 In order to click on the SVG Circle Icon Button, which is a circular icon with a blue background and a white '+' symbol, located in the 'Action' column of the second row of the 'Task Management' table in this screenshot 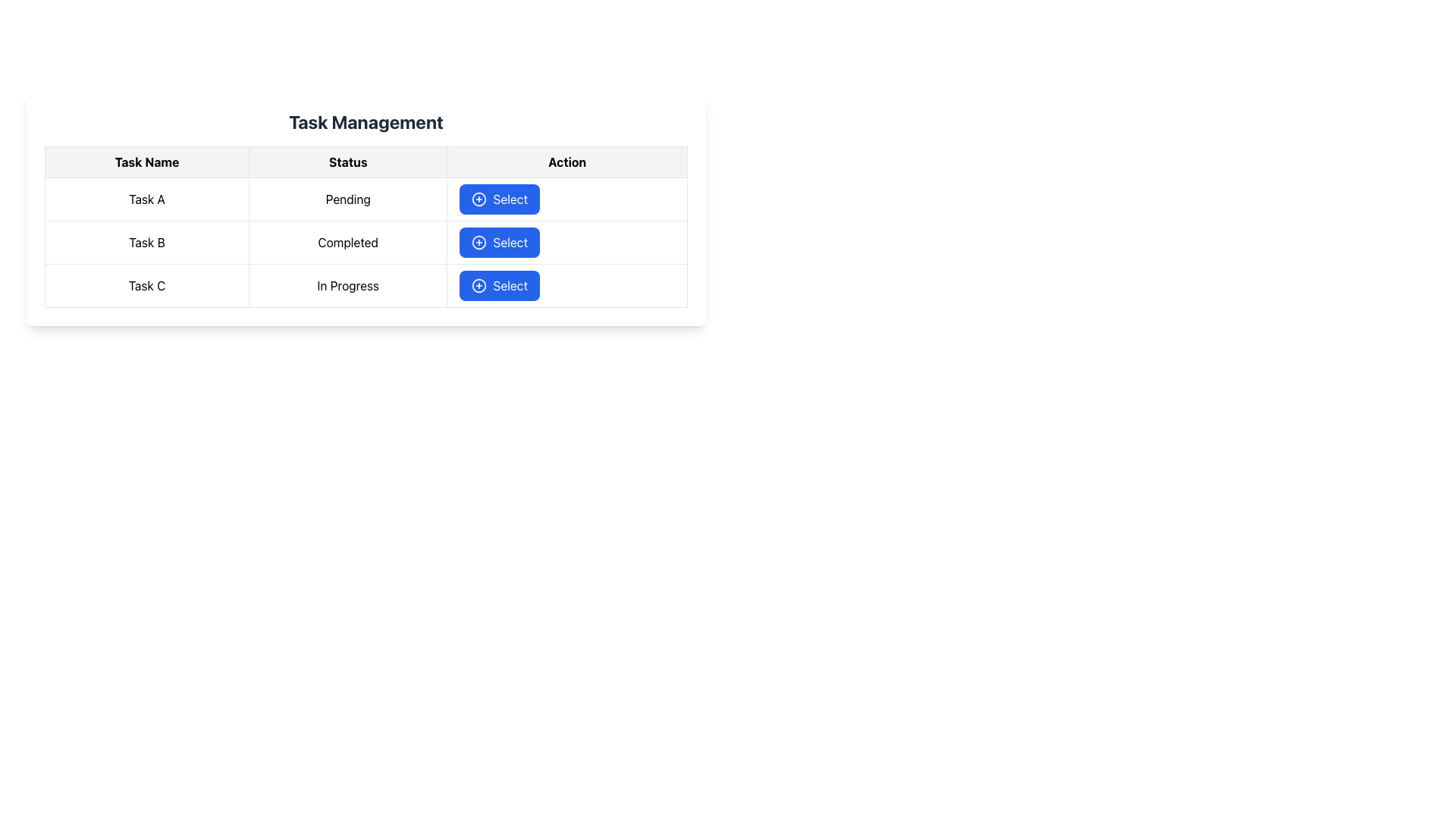, I will do `click(479, 242)`.